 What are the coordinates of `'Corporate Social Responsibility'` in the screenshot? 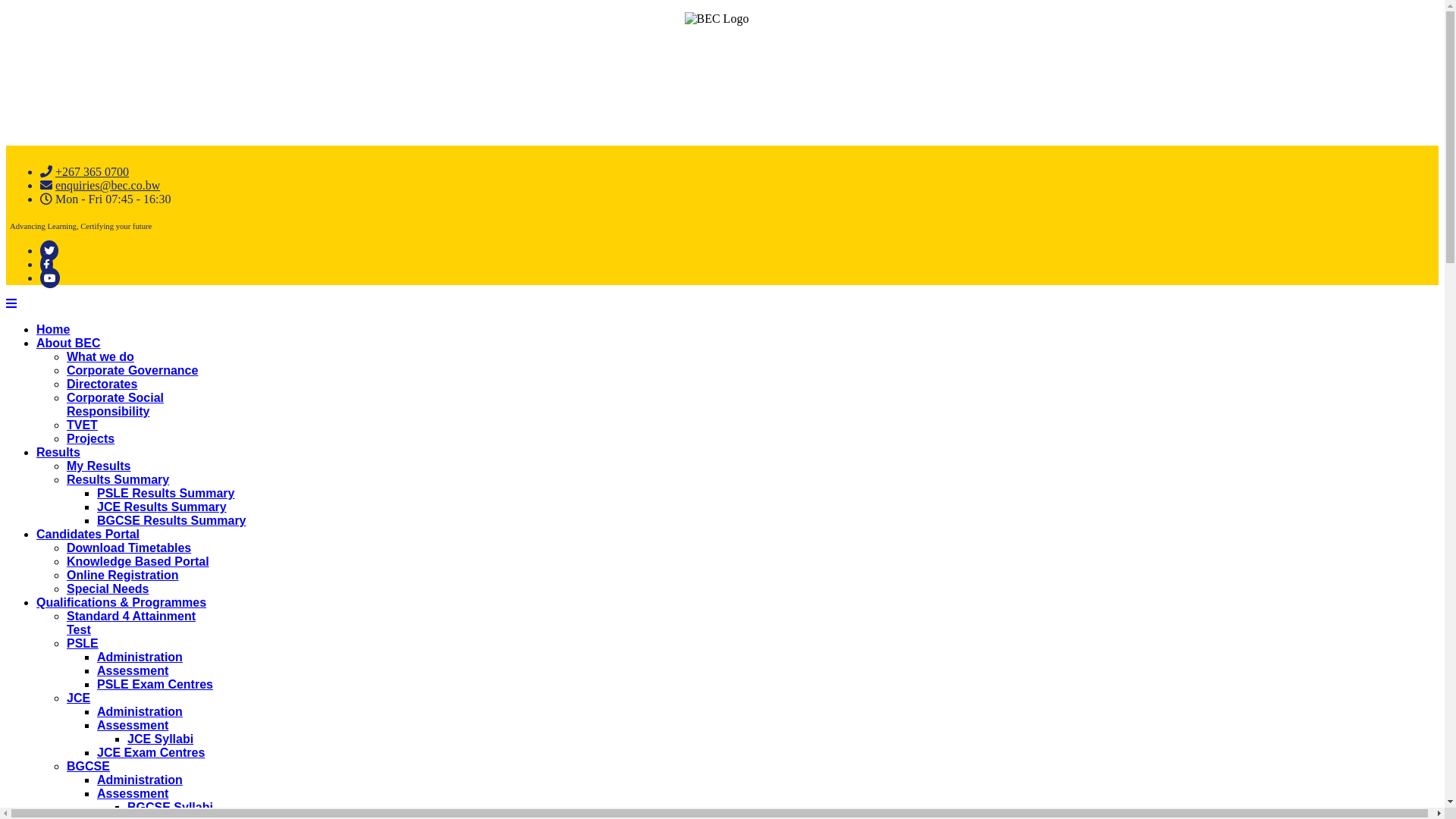 It's located at (115, 403).